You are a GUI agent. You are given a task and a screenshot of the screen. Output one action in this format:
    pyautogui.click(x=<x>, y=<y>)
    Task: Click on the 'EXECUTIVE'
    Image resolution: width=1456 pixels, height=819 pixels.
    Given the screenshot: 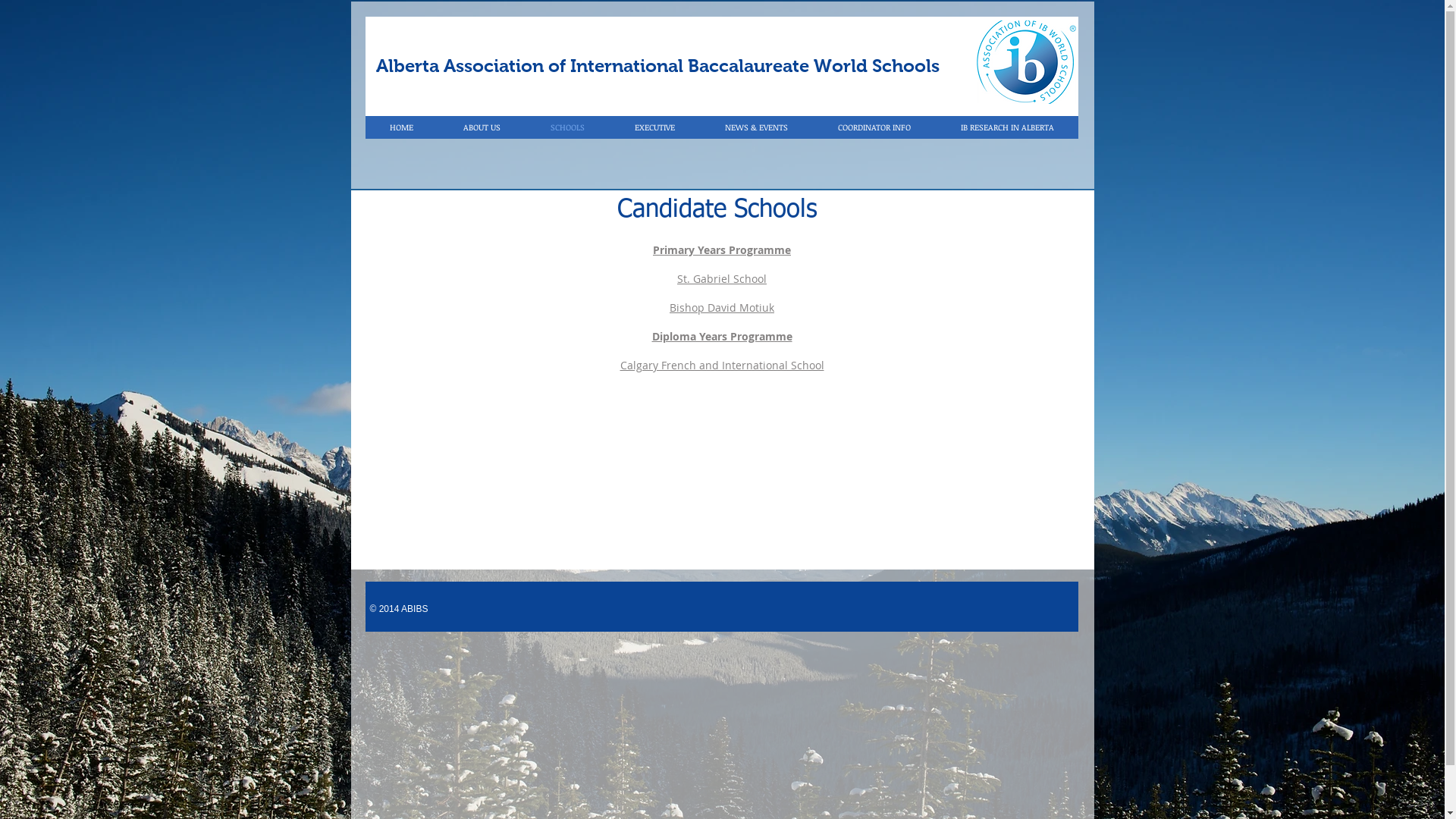 What is the action you would take?
    pyautogui.click(x=654, y=127)
    